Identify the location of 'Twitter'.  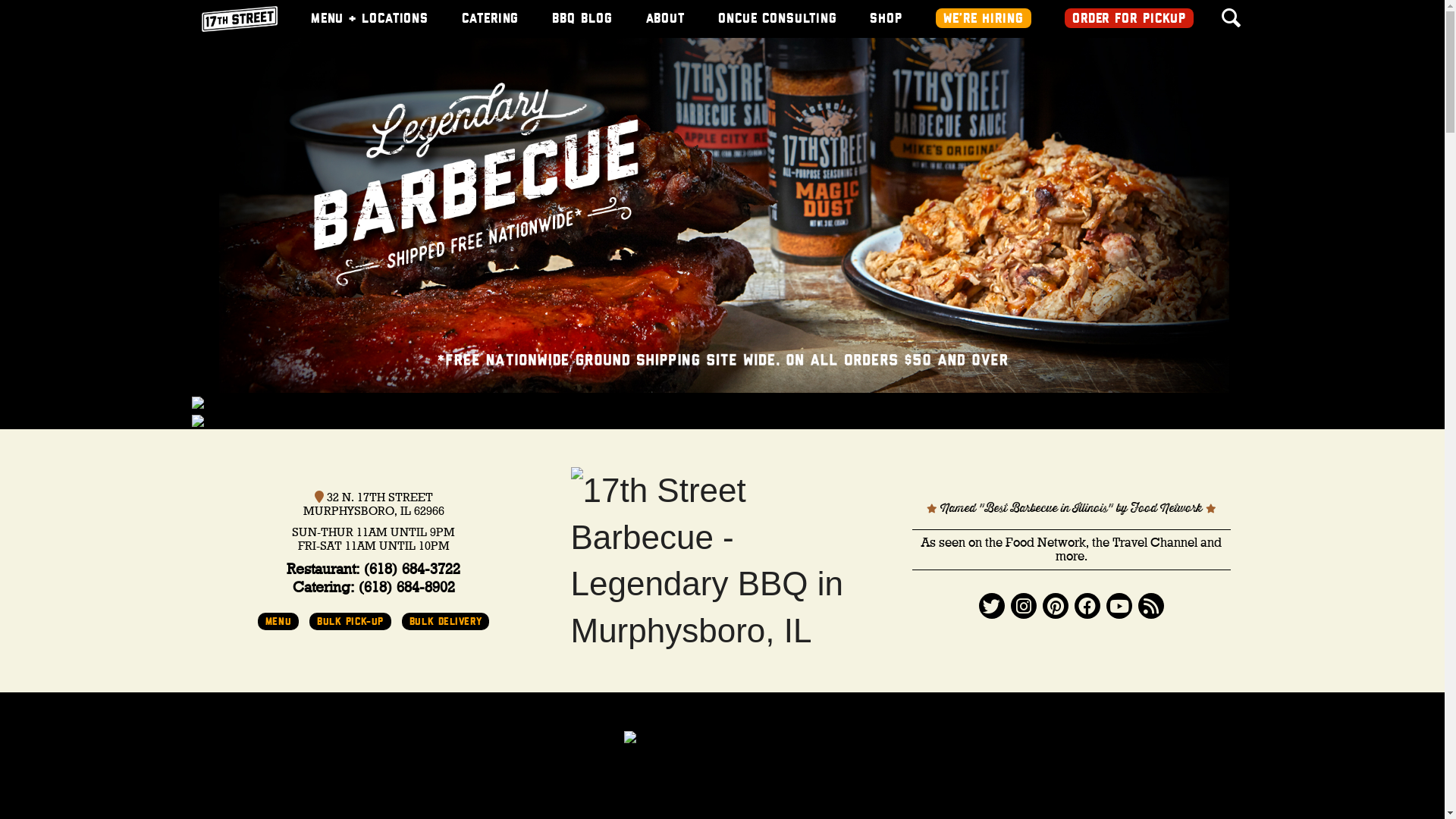
(990, 604).